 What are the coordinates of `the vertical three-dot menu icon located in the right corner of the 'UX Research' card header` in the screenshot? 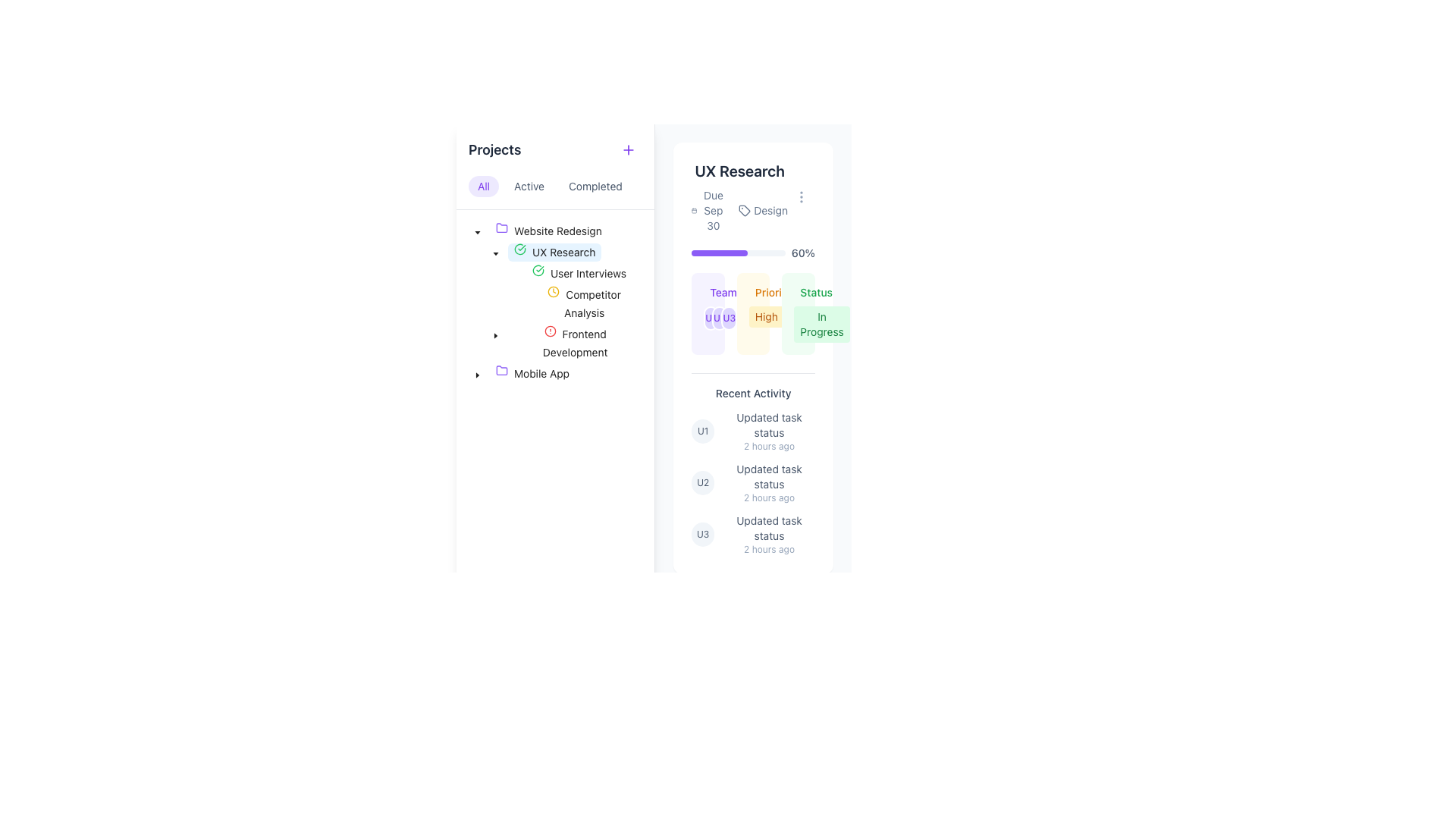 It's located at (800, 196).